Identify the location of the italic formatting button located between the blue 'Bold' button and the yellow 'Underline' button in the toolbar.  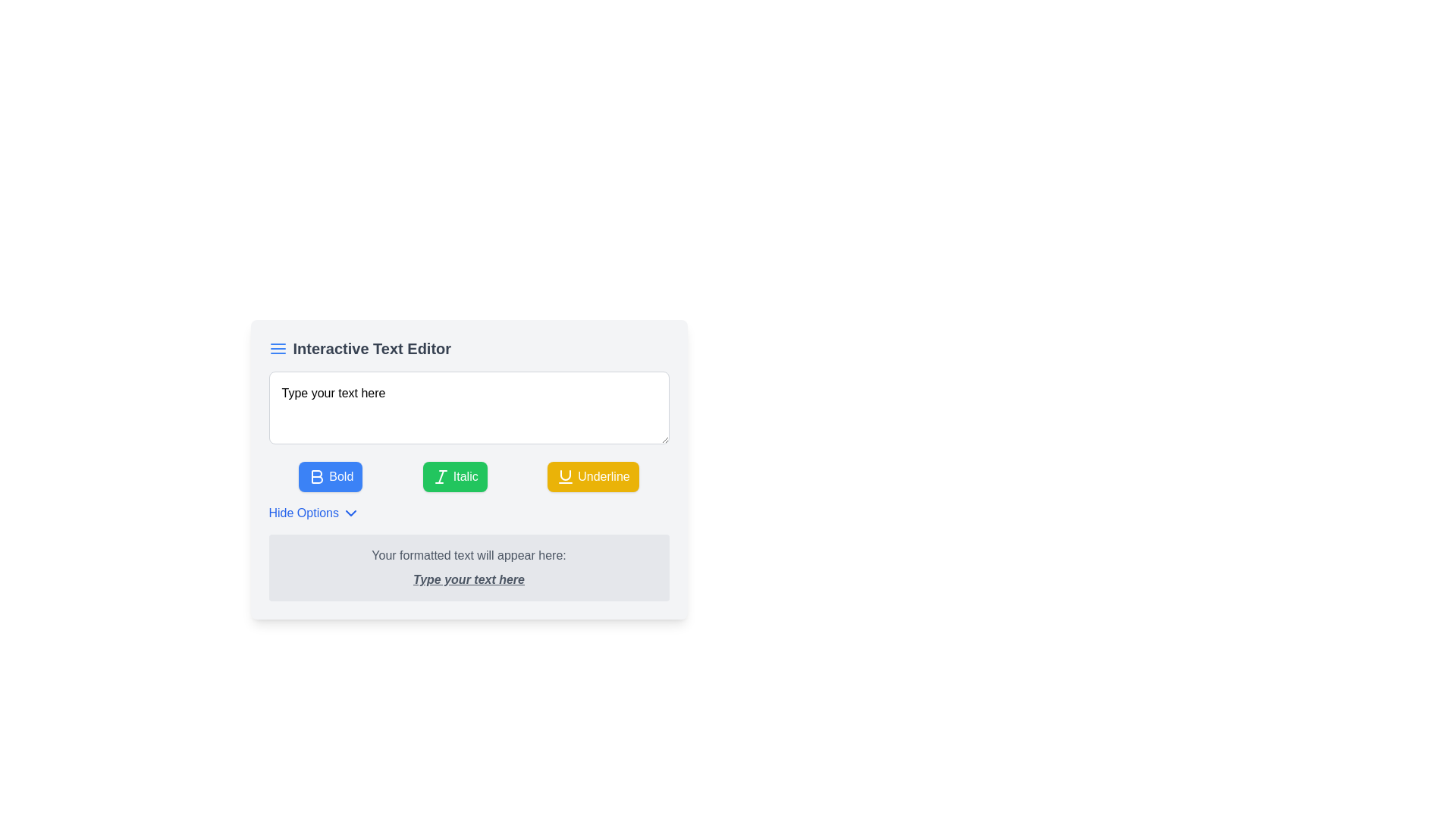
(454, 475).